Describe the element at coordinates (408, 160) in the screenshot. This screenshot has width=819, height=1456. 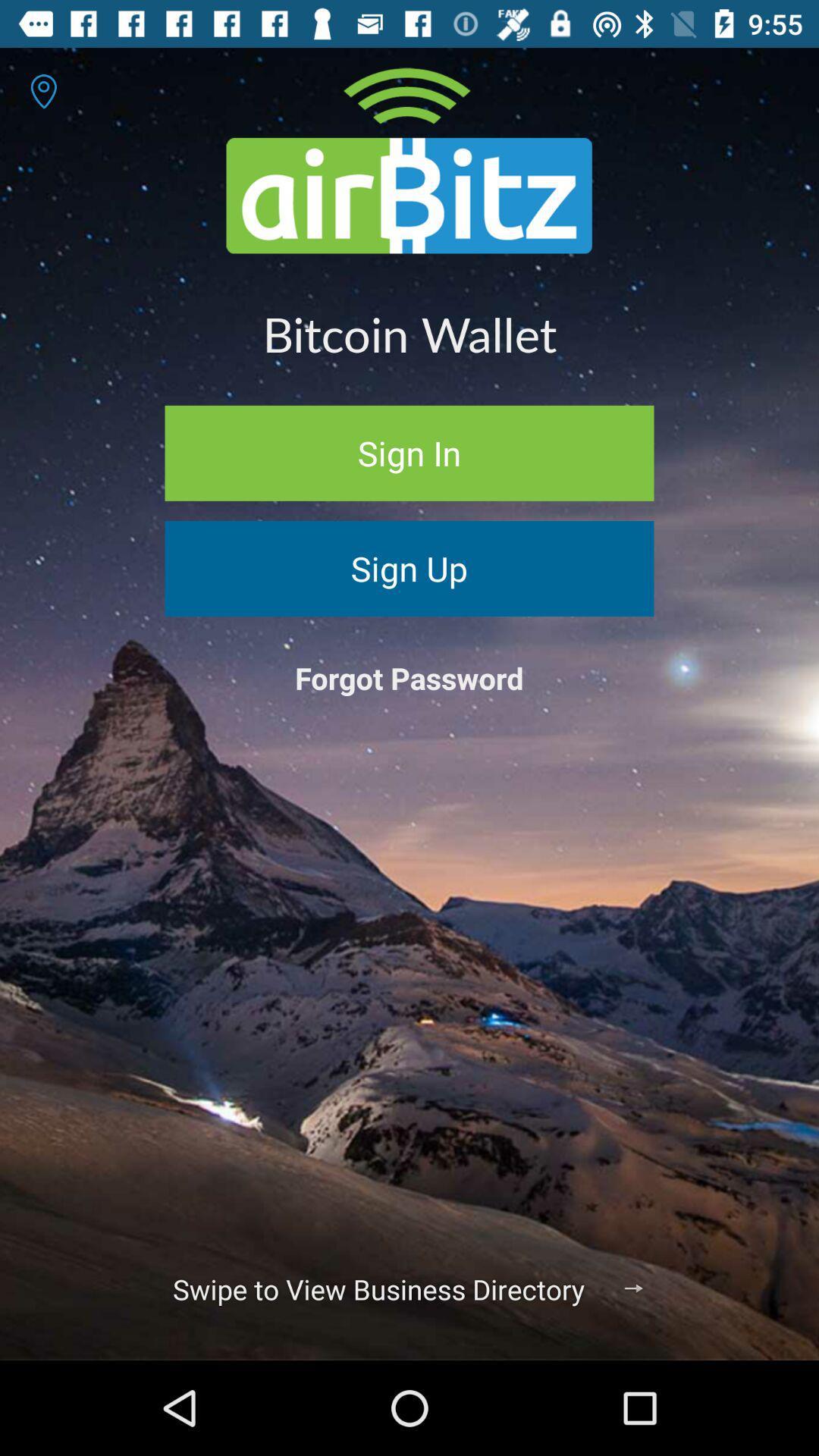
I see `icon above the bitcoin wallet` at that location.